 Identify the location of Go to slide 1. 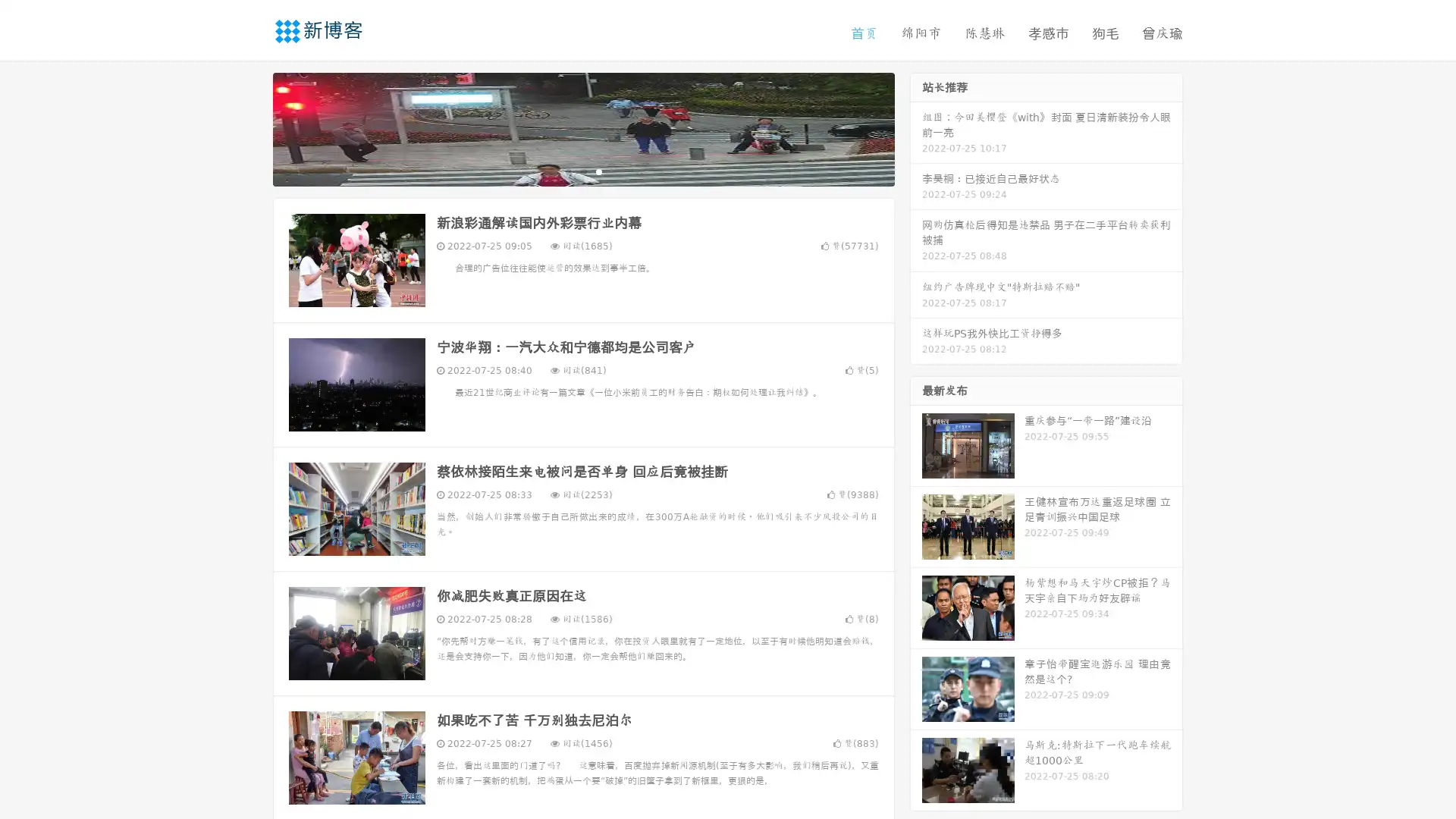
(567, 171).